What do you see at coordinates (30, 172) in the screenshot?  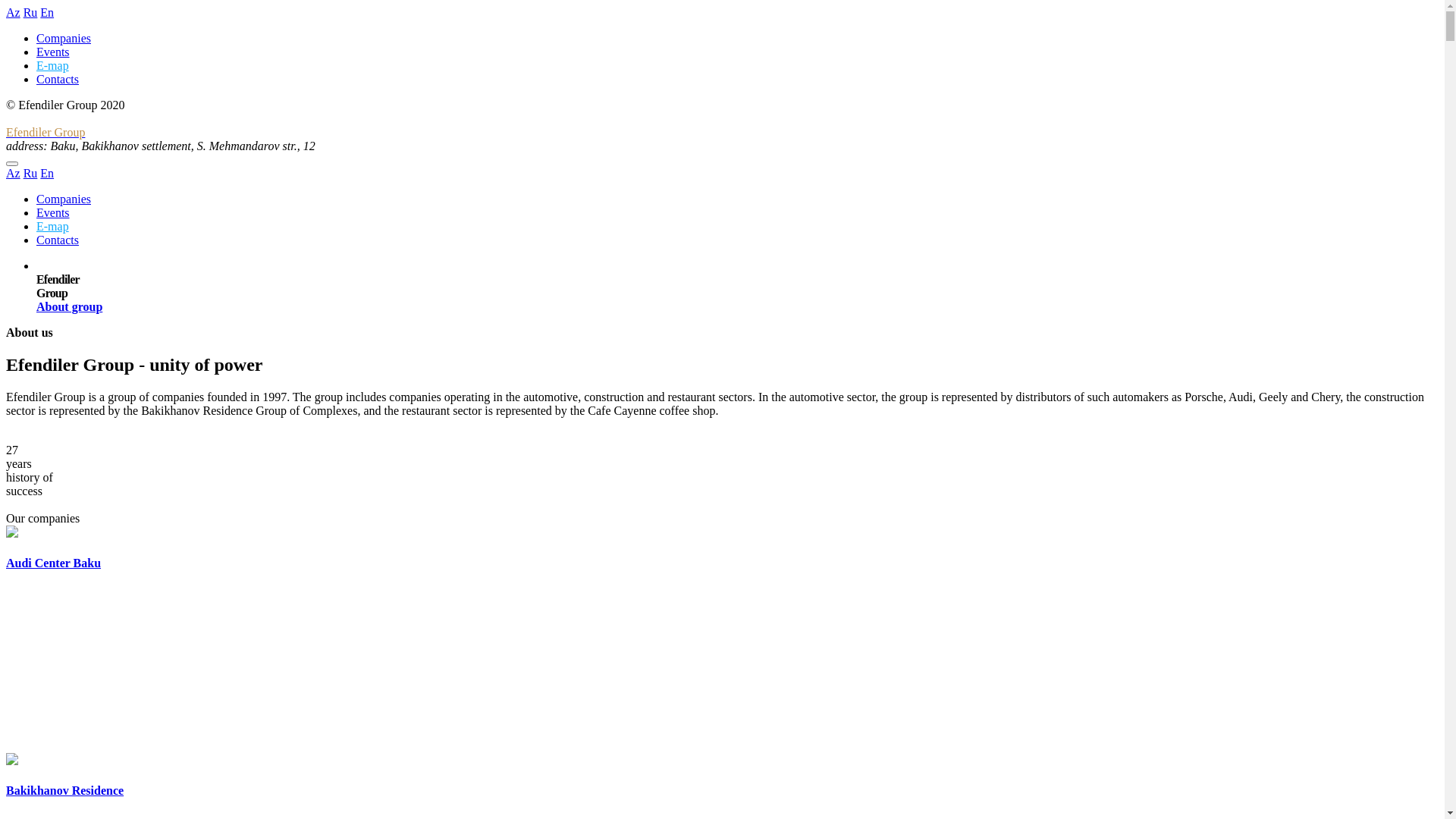 I see `'Ru'` at bounding box center [30, 172].